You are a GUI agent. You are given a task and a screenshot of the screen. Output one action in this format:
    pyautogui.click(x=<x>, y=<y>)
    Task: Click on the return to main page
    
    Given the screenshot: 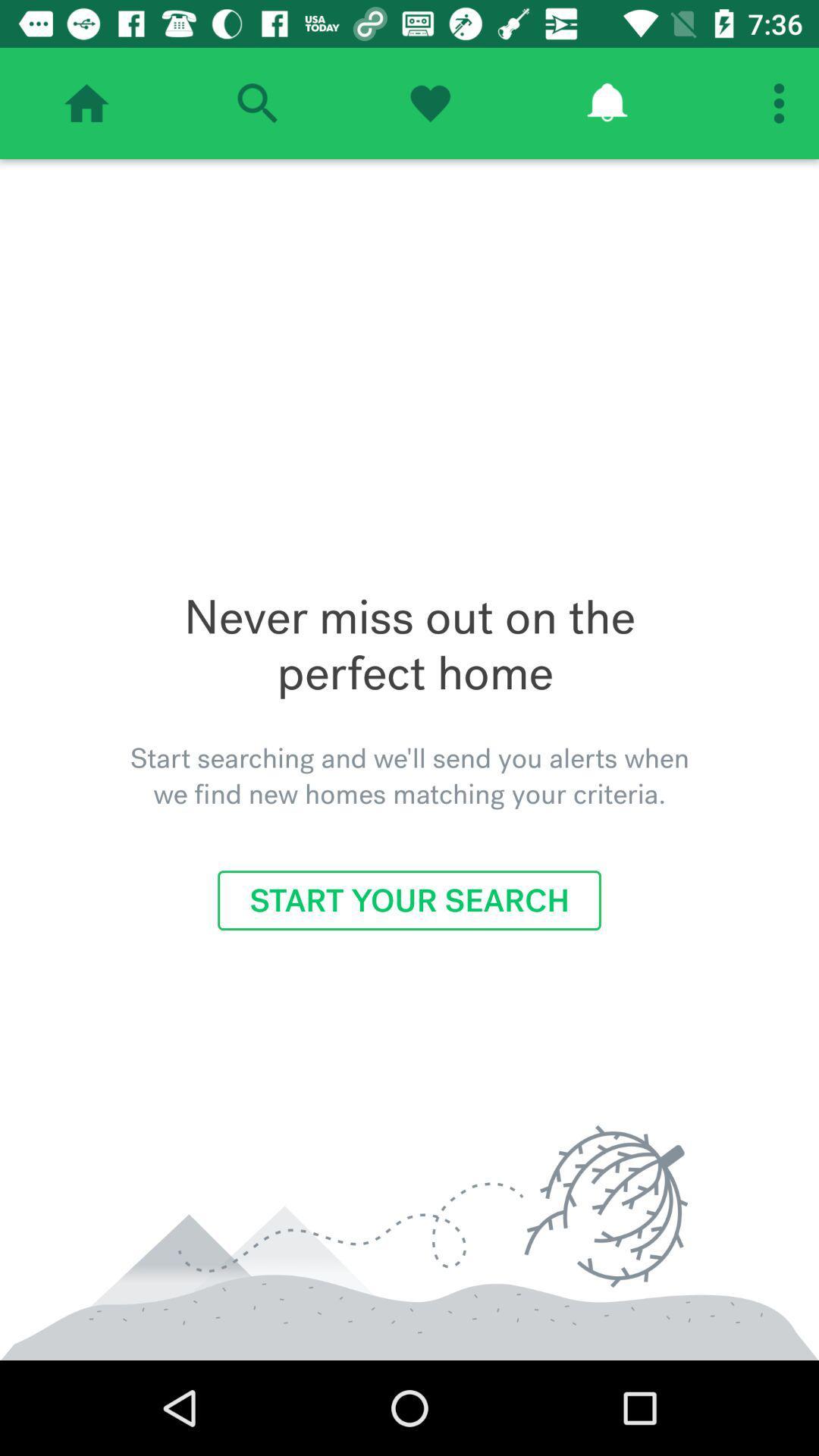 What is the action you would take?
    pyautogui.click(x=86, y=102)
    